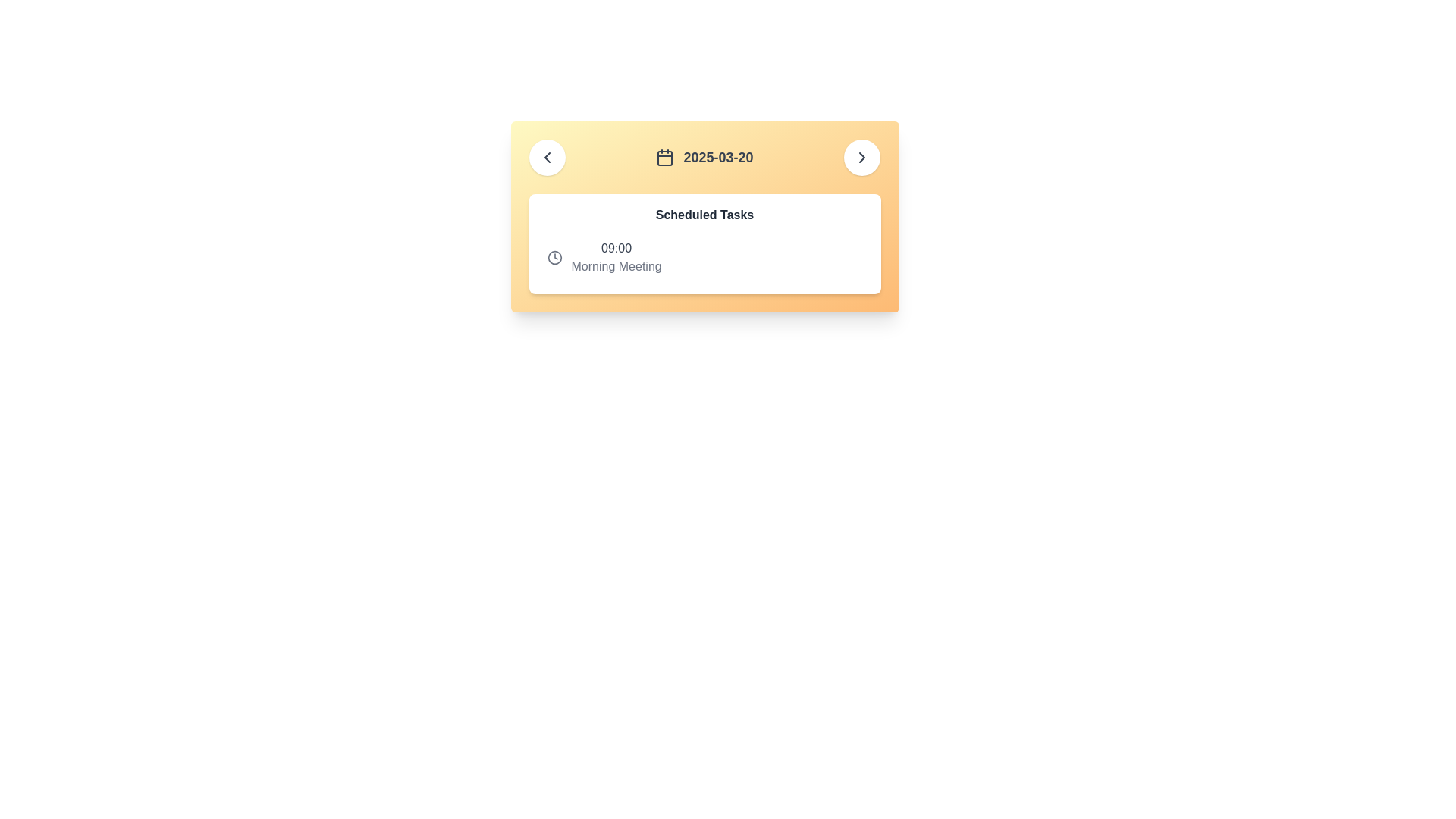 The height and width of the screenshot is (819, 1456). I want to click on the circular button with a white background and a left-chevron icon, so click(546, 158).